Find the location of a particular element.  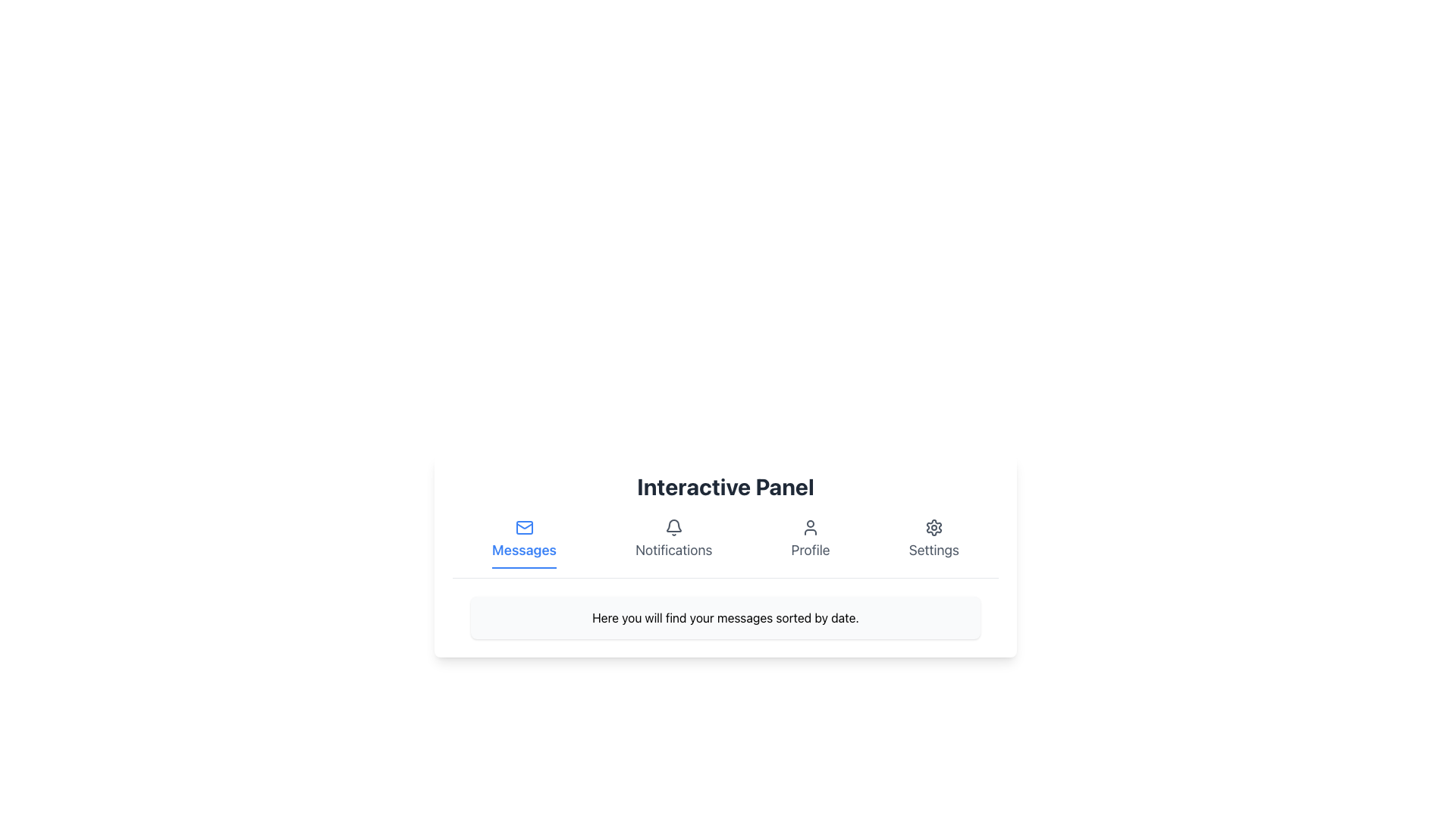

the 'Profile' text label in the horizontal navigation menu, which is the fourth label situated below a user silhouette icon is located at coordinates (810, 550).